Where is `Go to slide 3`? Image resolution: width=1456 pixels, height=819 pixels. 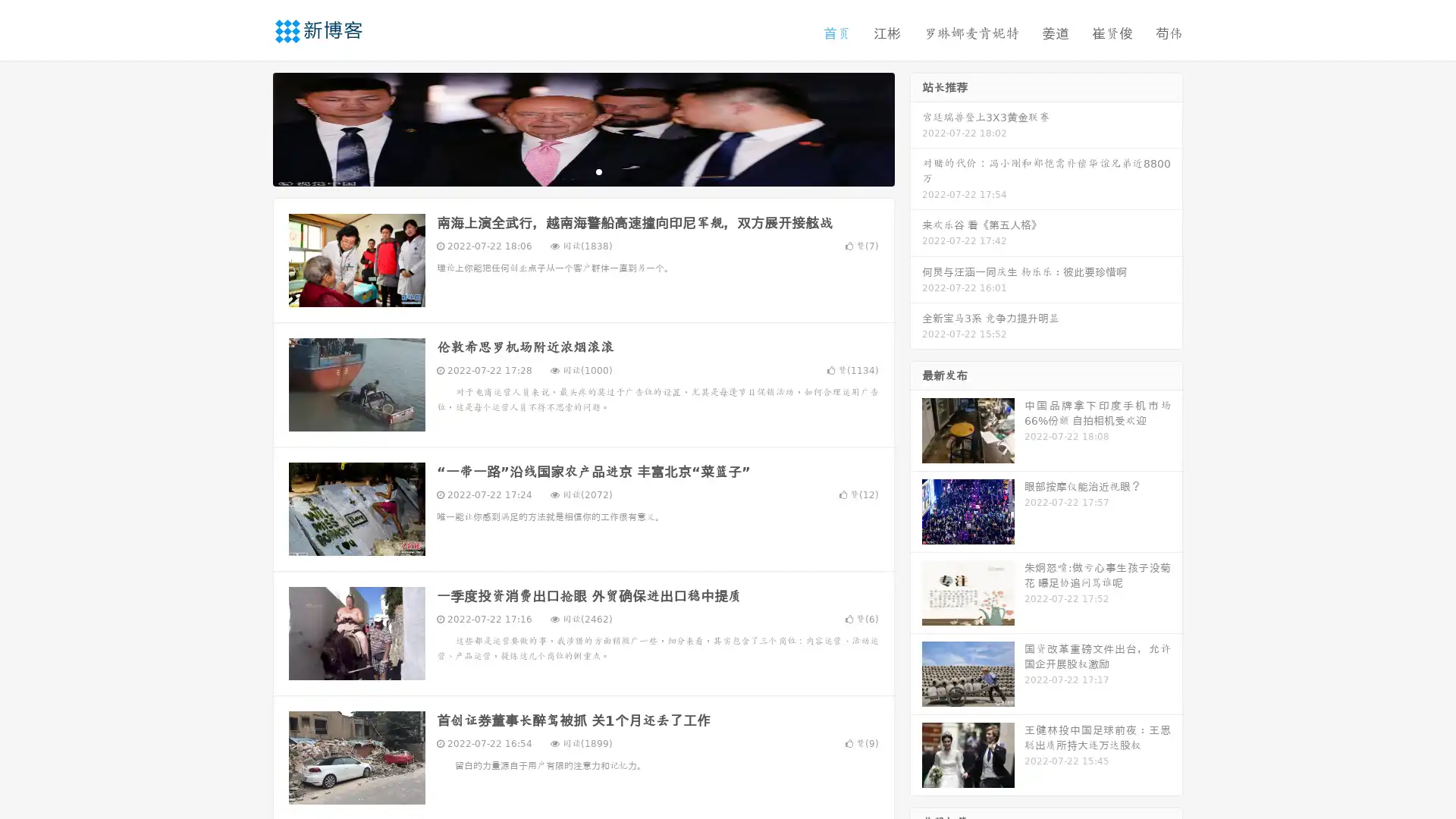 Go to slide 3 is located at coordinates (598, 171).